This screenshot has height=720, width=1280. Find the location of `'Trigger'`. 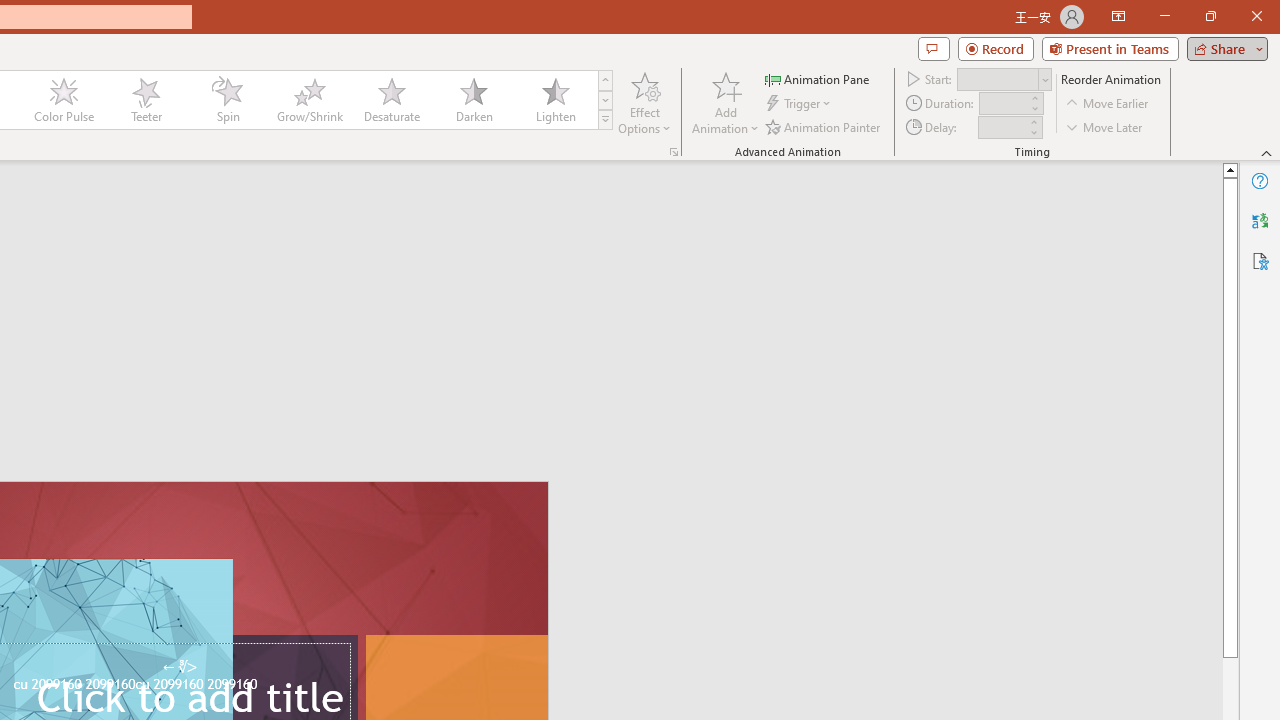

'Trigger' is located at coordinates (800, 103).